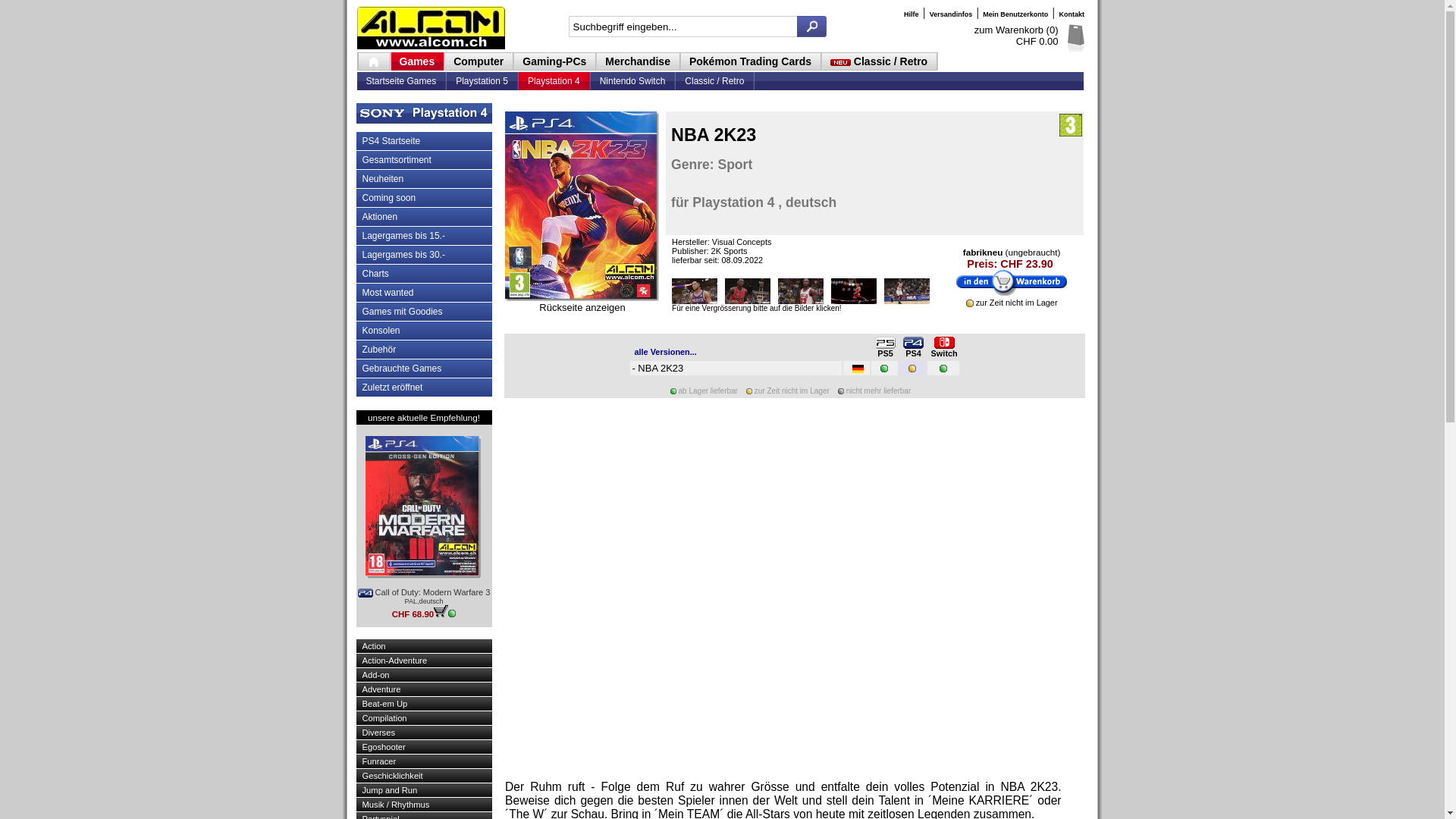  I want to click on 'PS4 Startseite', so click(424, 140).